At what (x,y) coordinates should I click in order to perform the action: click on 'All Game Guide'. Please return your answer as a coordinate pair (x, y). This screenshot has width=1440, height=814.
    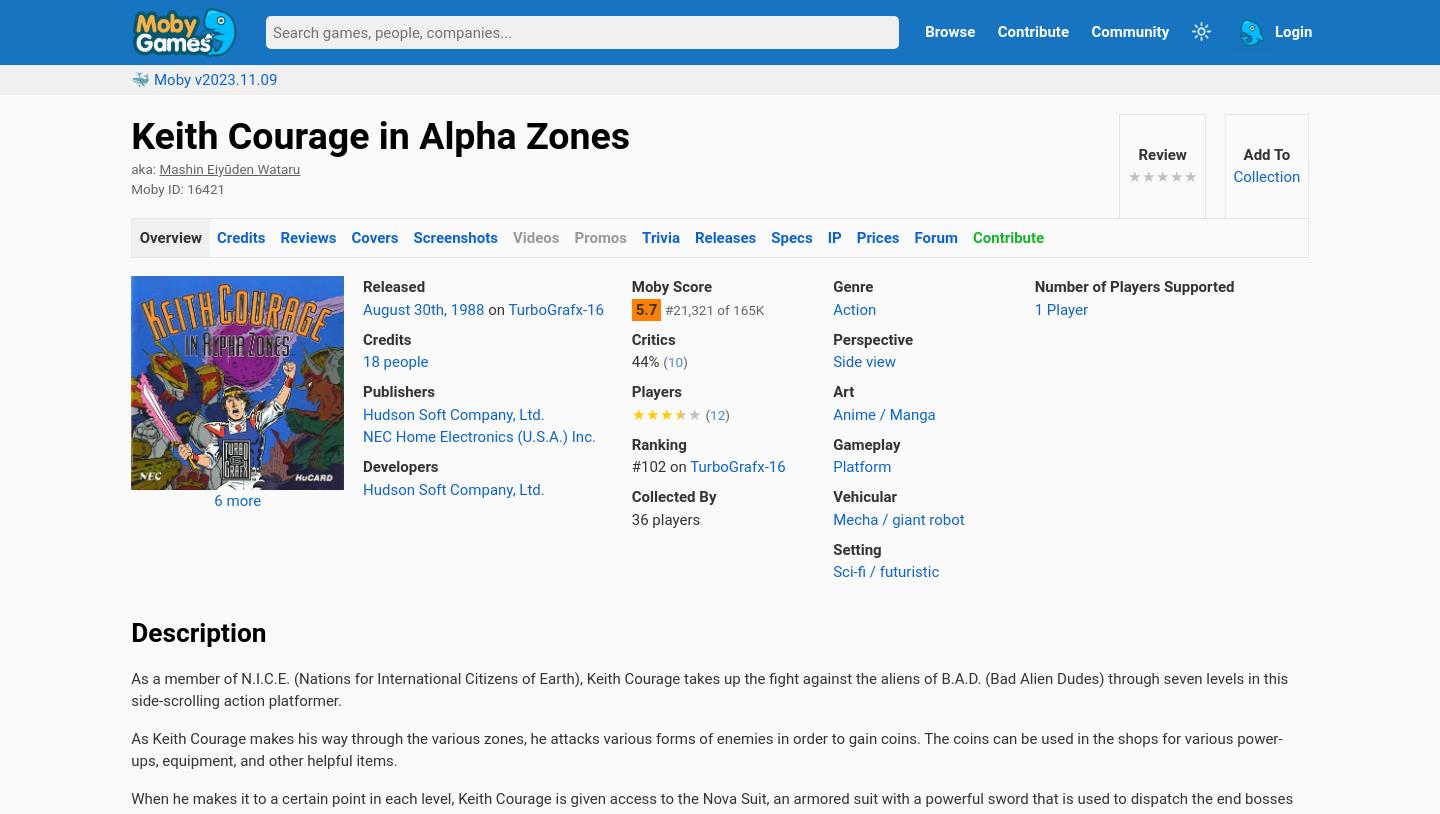
    Looking at the image, I should click on (182, 64).